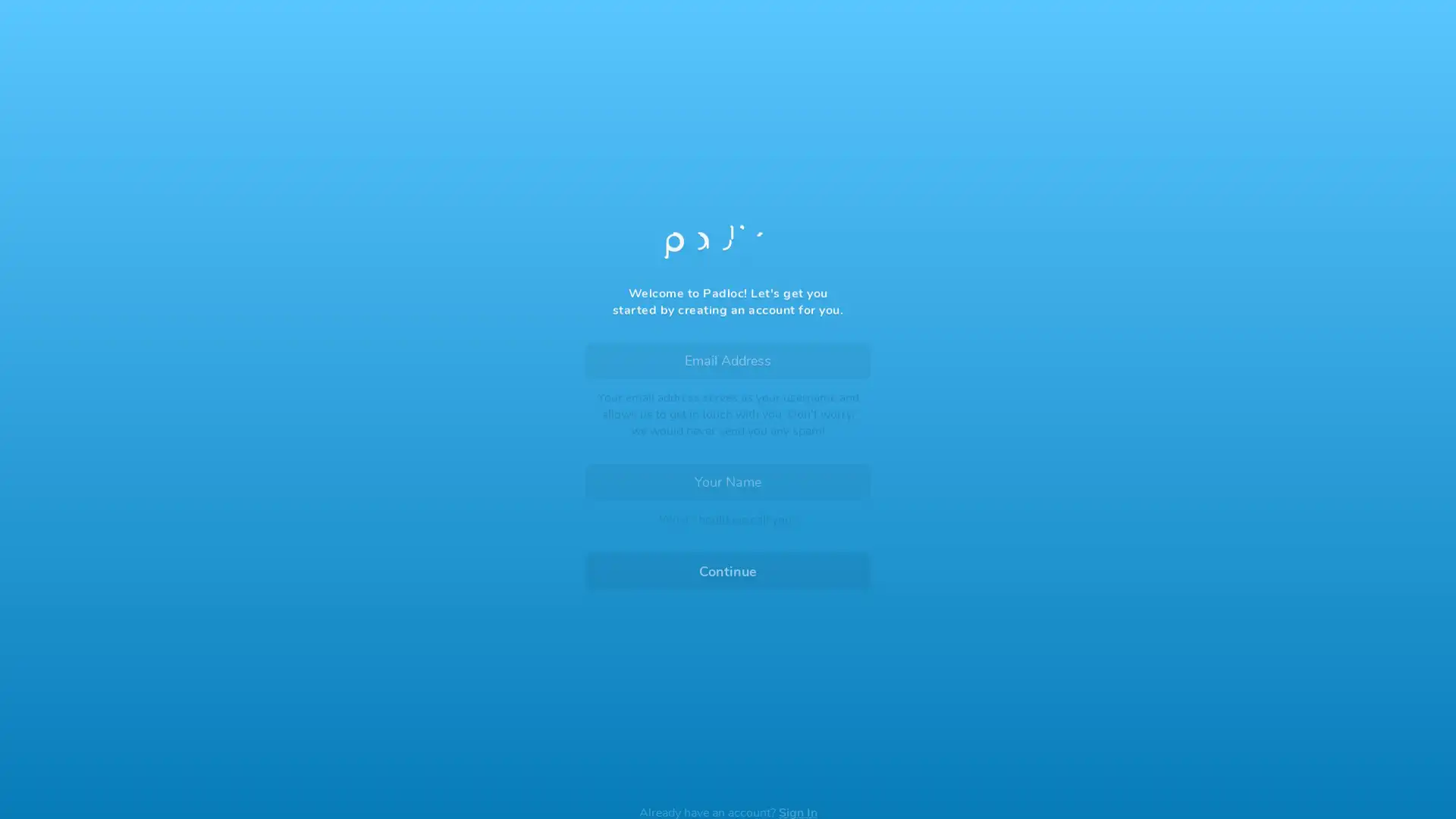 Image resolution: width=1456 pixels, height=819 pixels. I want to click on Login, so click(728, 458).